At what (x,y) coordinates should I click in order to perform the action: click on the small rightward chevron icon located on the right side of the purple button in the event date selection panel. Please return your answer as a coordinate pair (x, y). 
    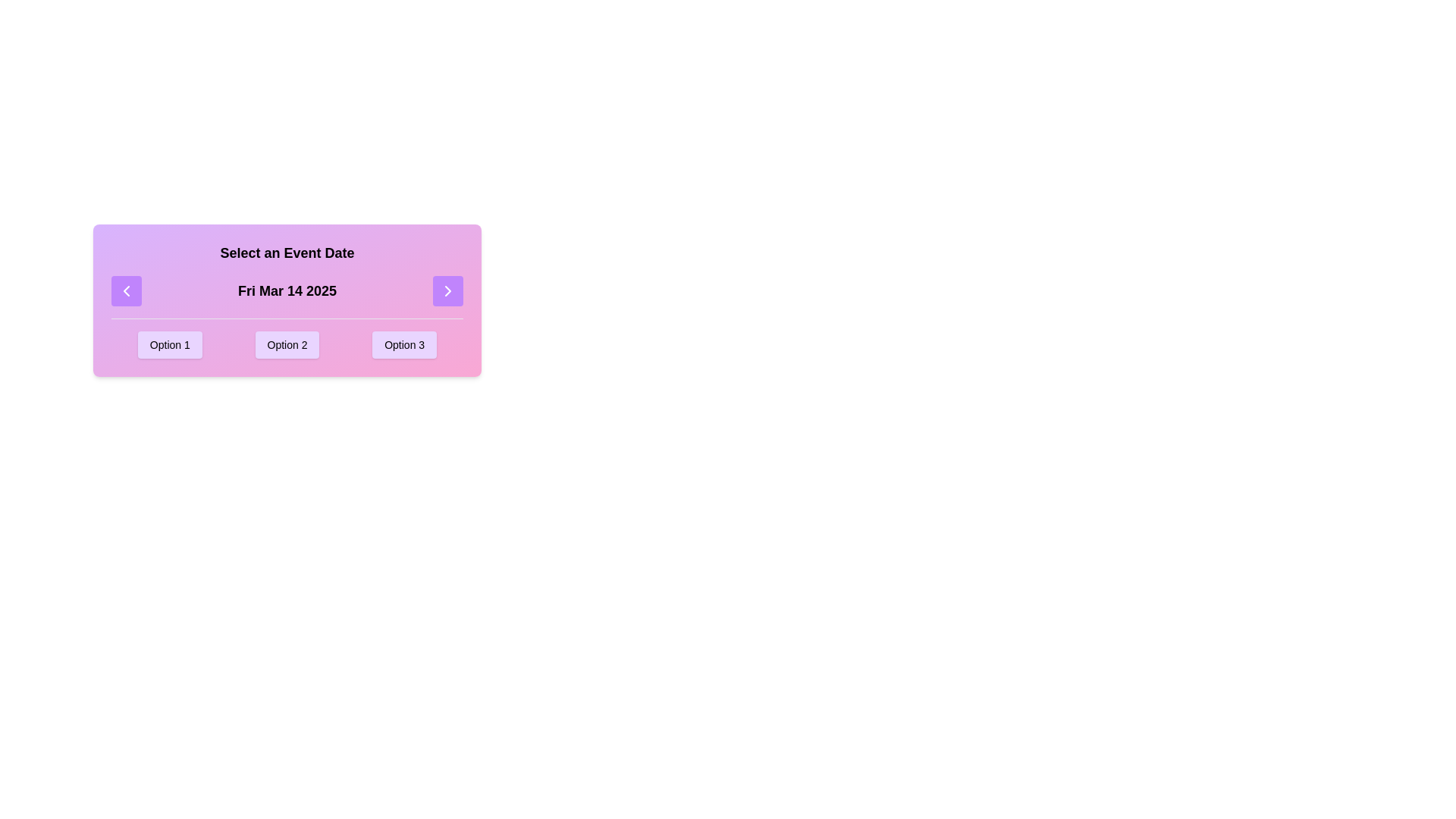
    Looking at the image, I should click on (447, 291).